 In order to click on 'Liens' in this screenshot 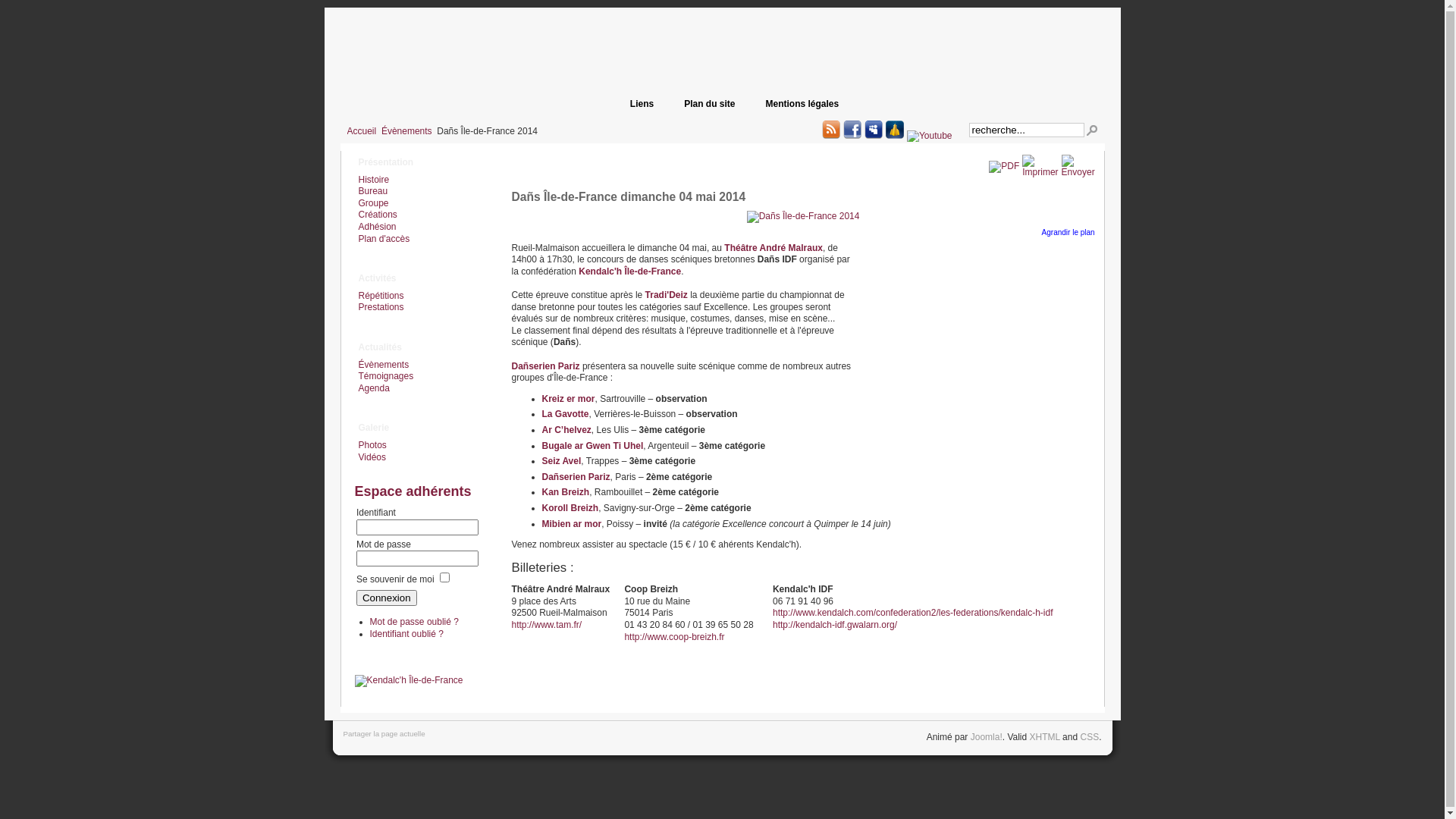, I will do `click(642, 103)`.